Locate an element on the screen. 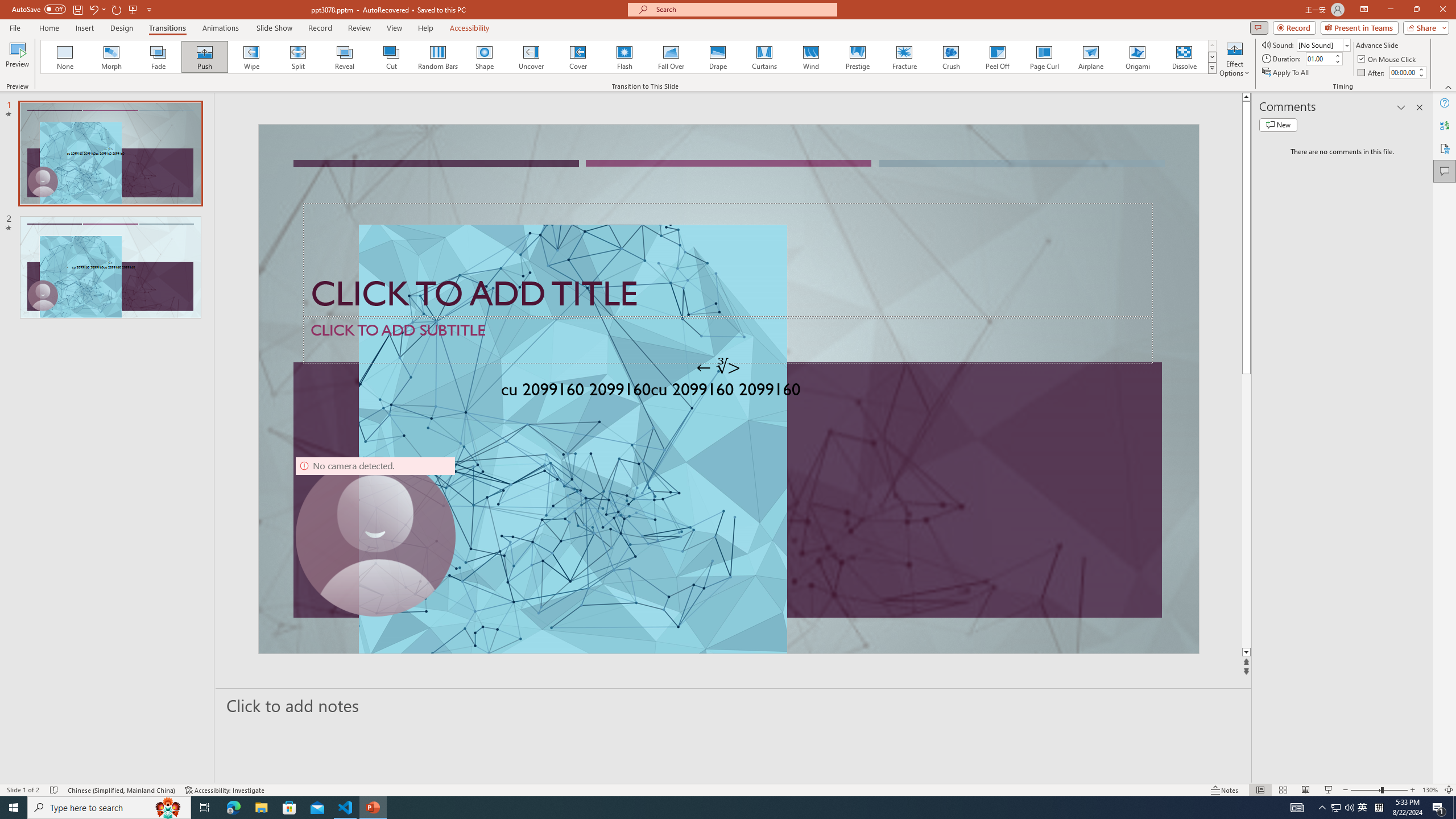 Image resolution: width=1456 pixels, height=819 pixels. 'Zoom 130%' is located at coordinates (1430, 790).